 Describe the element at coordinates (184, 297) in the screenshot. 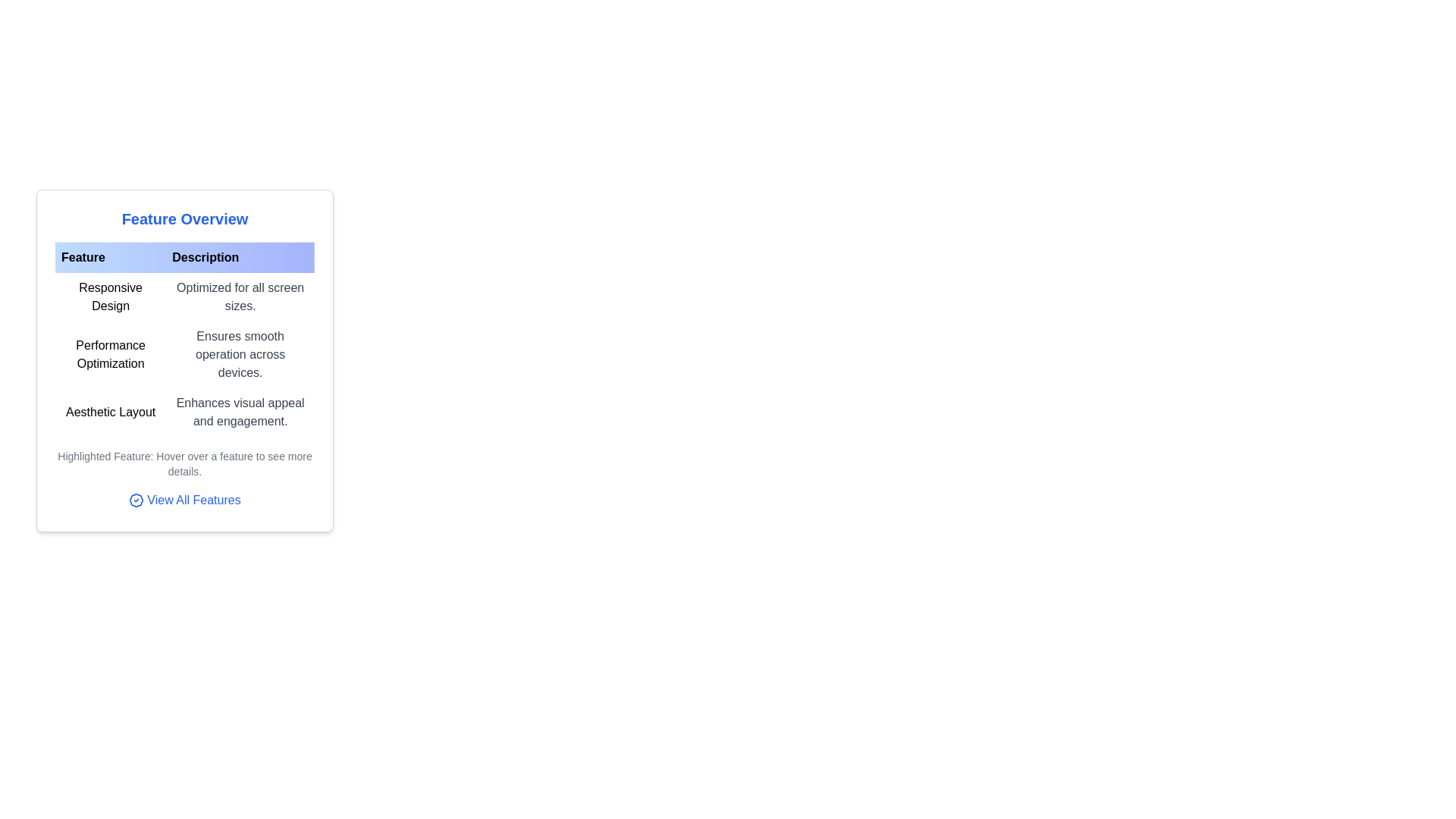

I see `the descriptive text pair for 'Responsive Design' located in the first row of the 'Feature Overview' table` at that location.